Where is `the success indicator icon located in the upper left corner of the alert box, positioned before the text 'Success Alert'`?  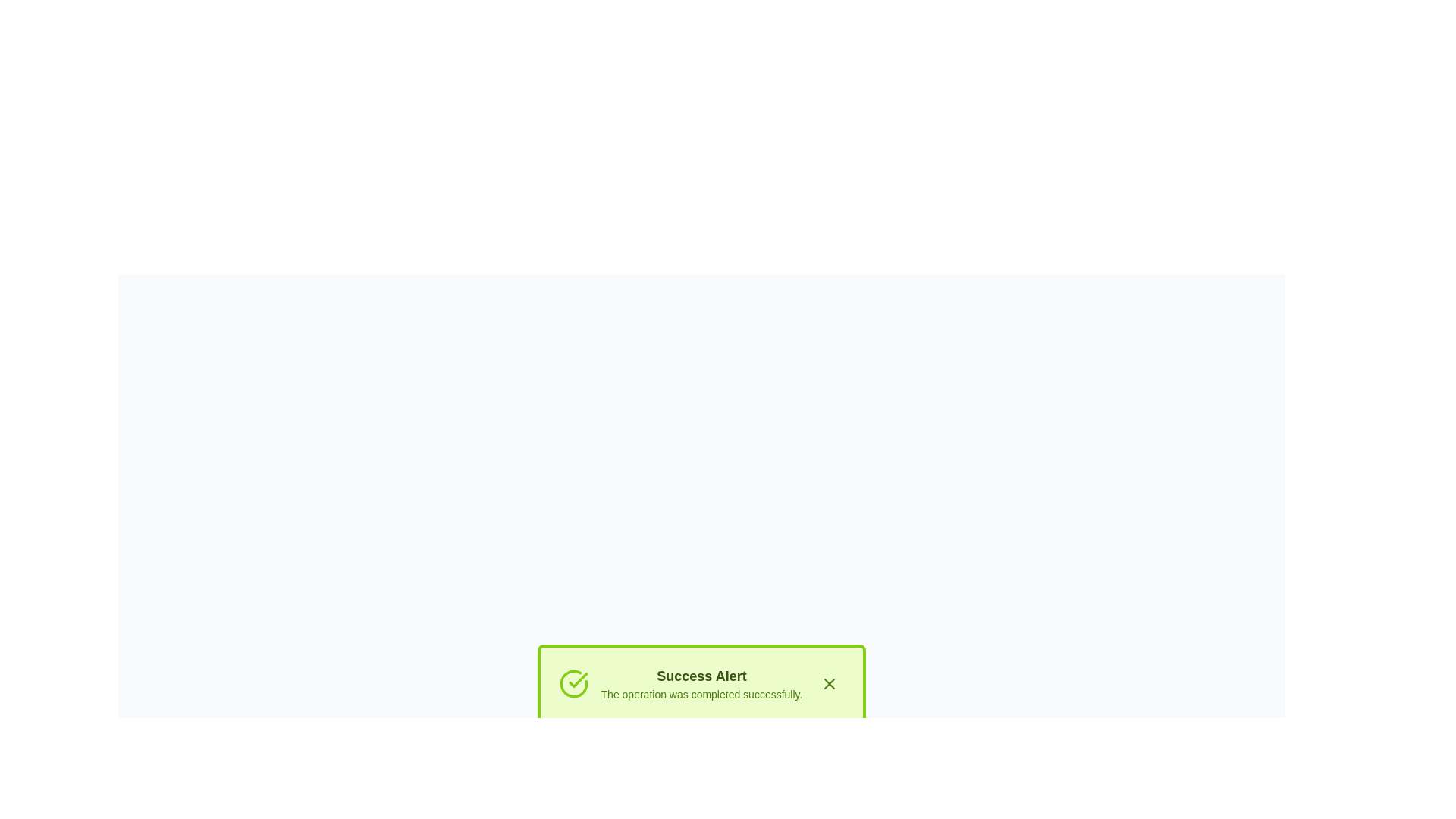
the success indicator icon located in the upper left corner of the alert box, positioned before the text 'Success Alert' is located at coordinates (573, 684).